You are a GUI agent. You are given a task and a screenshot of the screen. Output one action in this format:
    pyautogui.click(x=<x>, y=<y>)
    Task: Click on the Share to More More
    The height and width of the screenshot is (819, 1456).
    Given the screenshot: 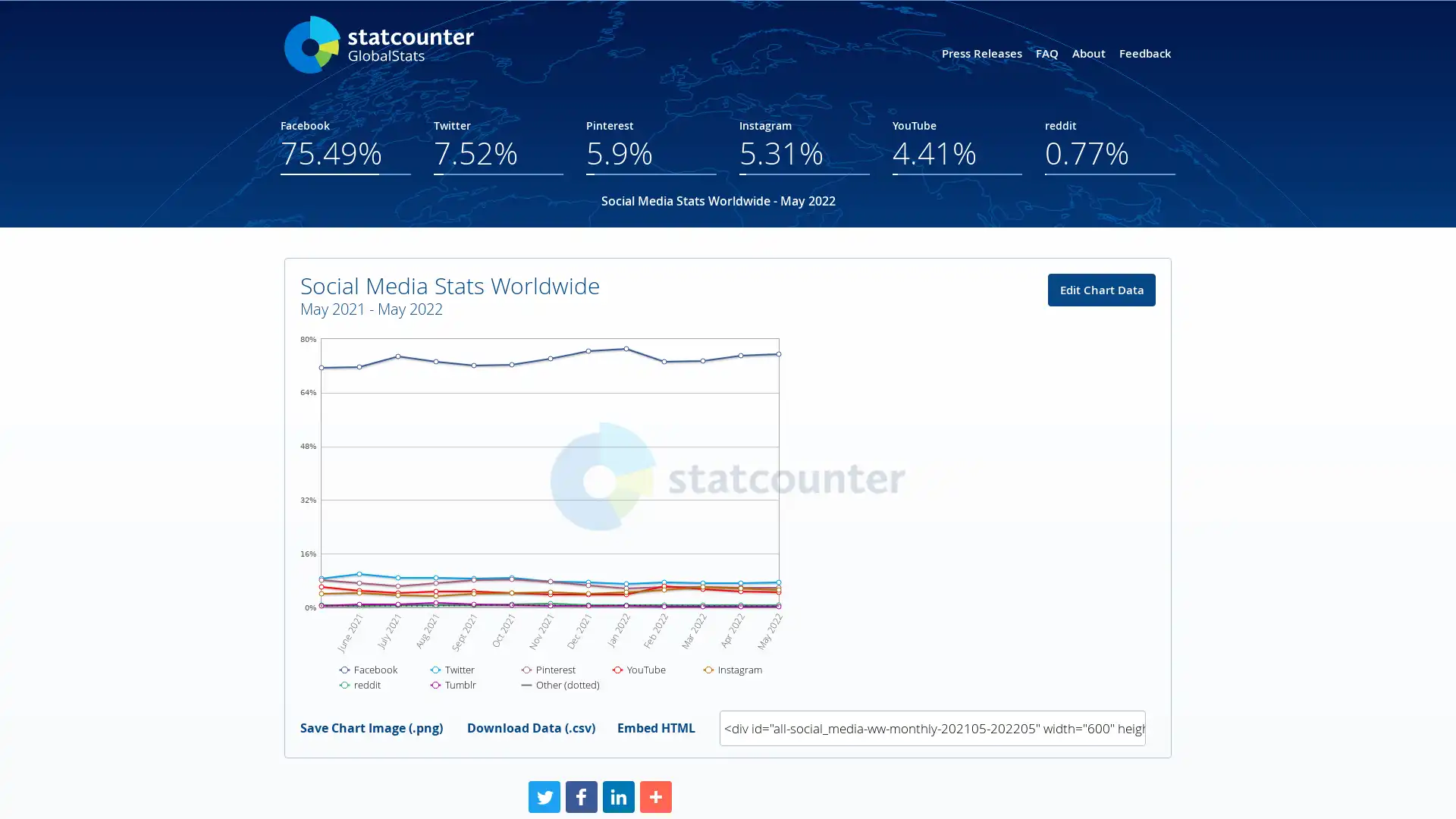 What is the action you would take?
    pyautogui.click(x=814, y=795)
    